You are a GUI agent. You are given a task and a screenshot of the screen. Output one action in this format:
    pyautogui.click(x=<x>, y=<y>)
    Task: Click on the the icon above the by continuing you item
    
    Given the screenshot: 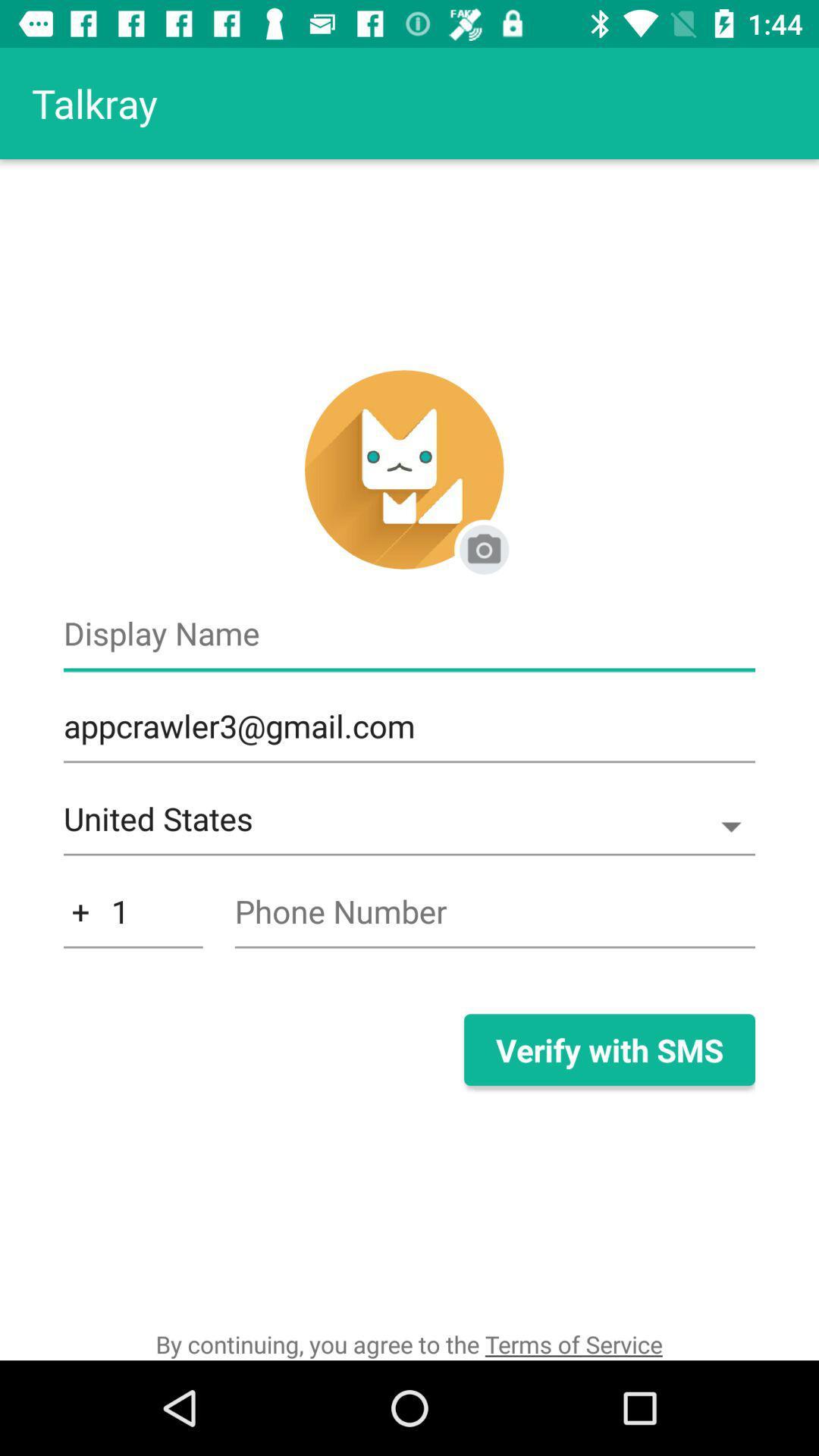 What is the action you would take?
    pyautogui.click(x=132, y=919)
    